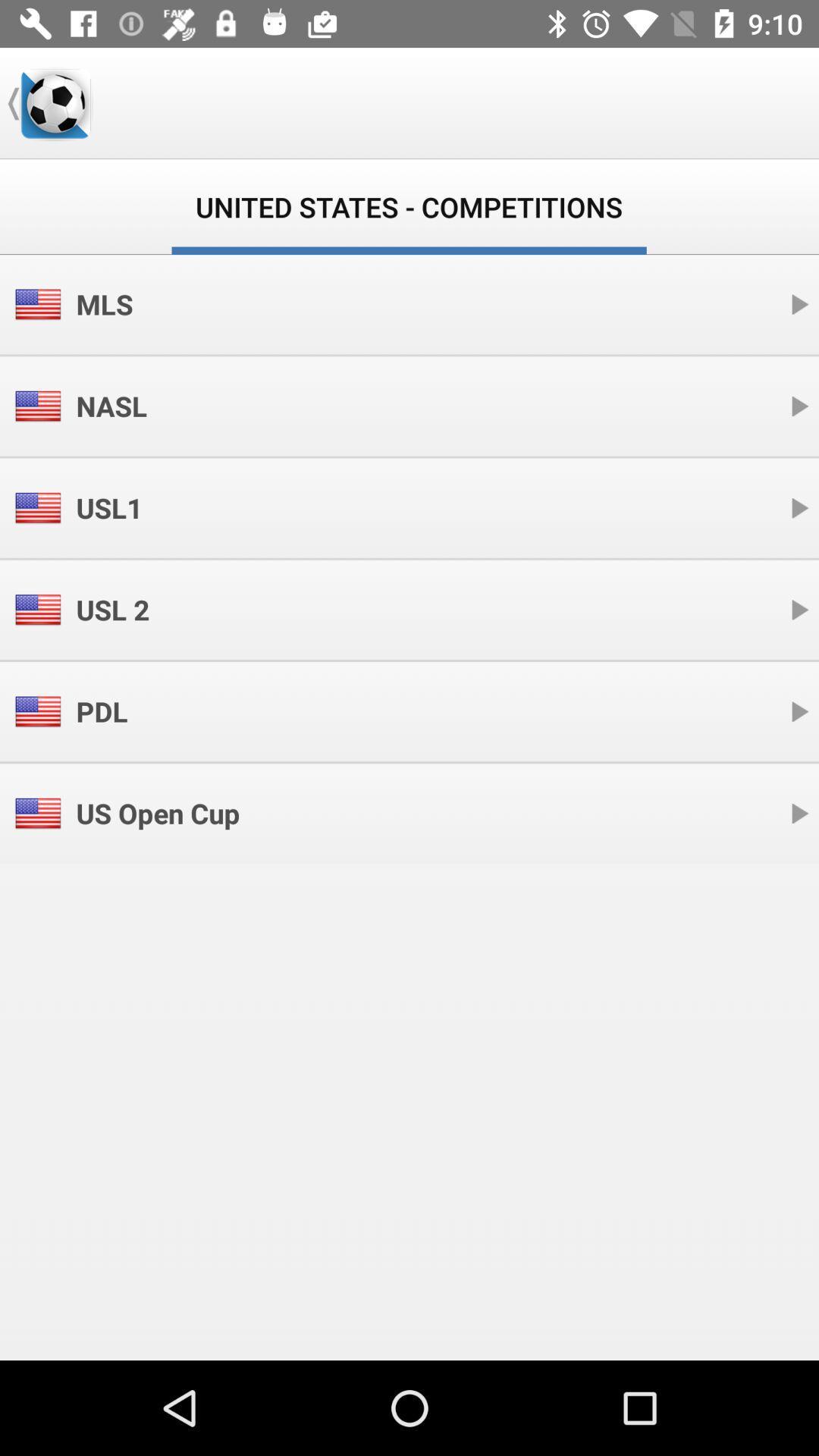 Image resolution: width=819 pixels, height=1456 pixels. Describe the element at coordinates (111, 406) in the screenshot. I see `the item above the usl1 icon` at that location.